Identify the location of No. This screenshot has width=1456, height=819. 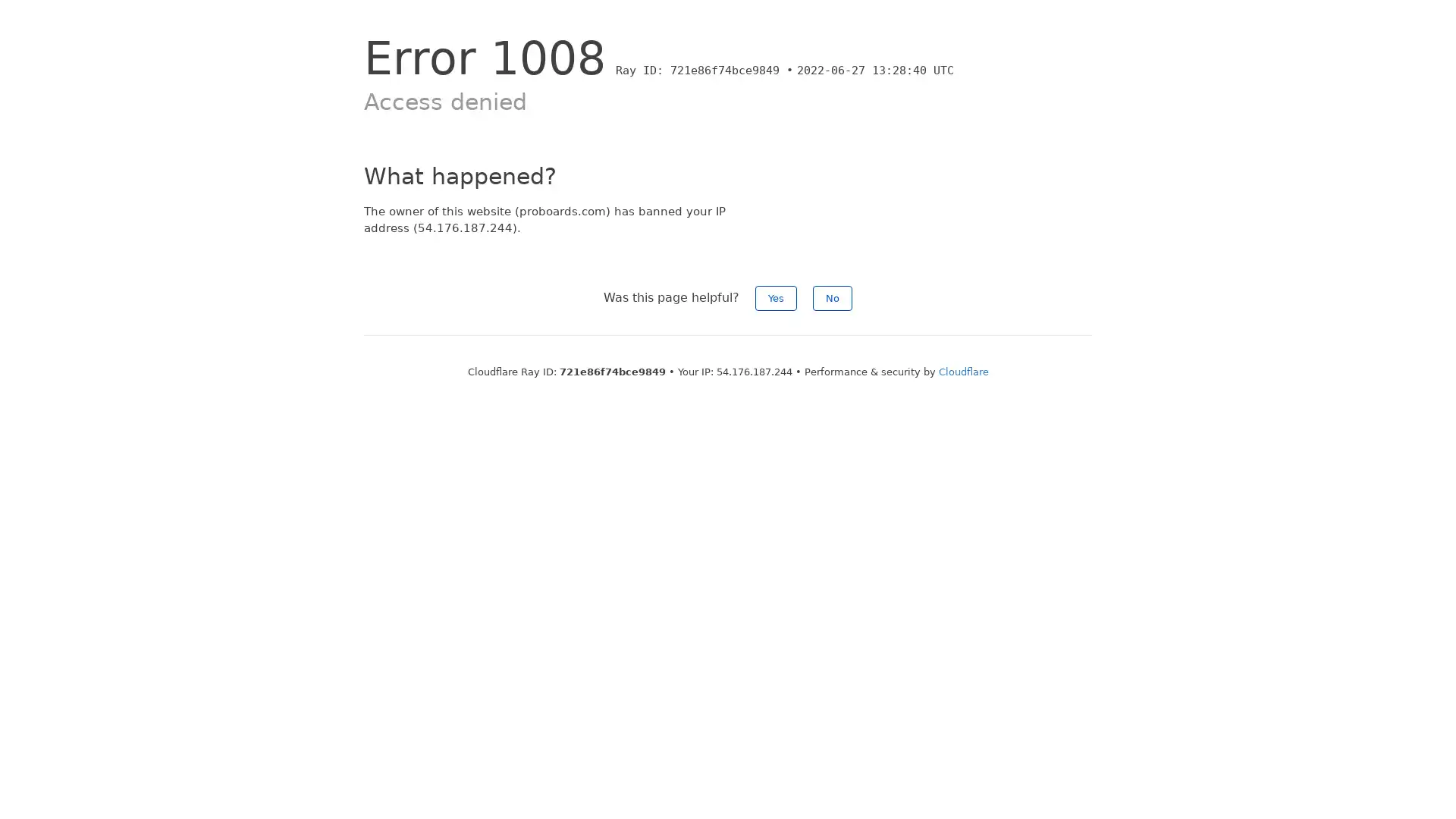
(832, 297).